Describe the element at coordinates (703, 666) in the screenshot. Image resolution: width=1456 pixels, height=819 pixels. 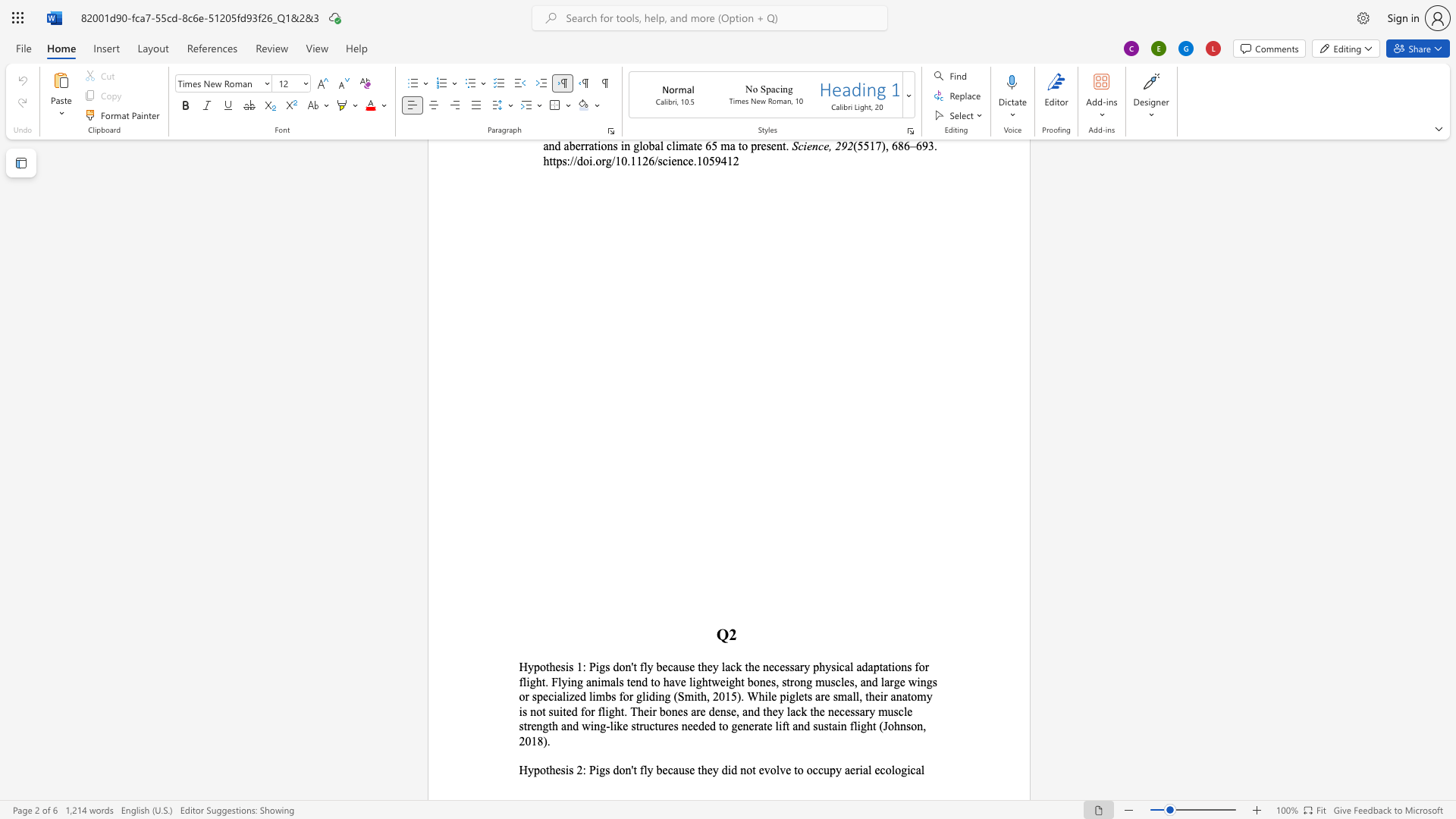
I see `the 1th character "h" in the text` at that location.